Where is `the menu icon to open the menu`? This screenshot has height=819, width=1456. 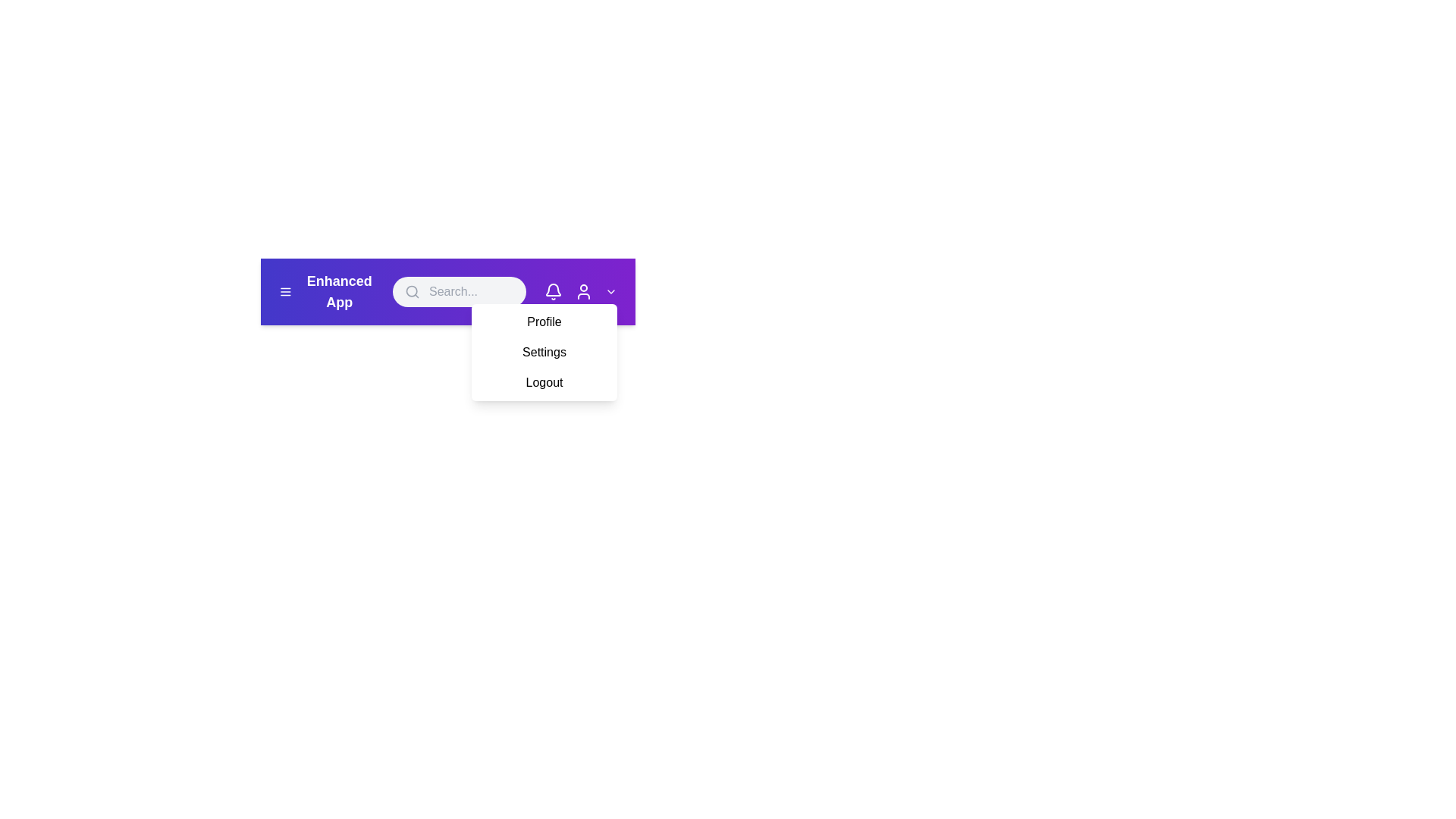
the menu icon to open the menu is located at coordinates (284, 292).